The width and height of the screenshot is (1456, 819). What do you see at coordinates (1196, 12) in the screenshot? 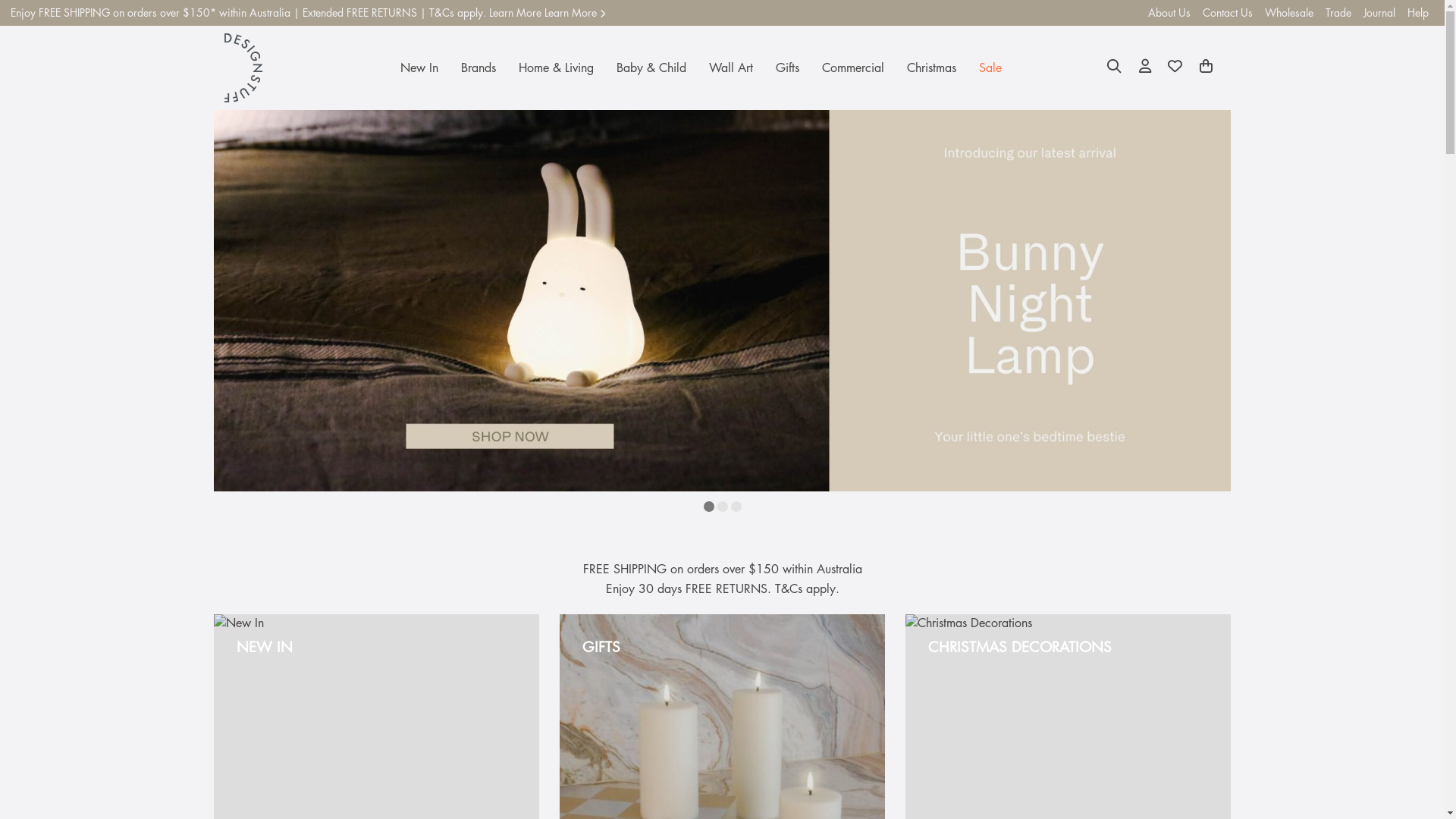
I see `'Contact Us'` at bounding box center [1196, 12].